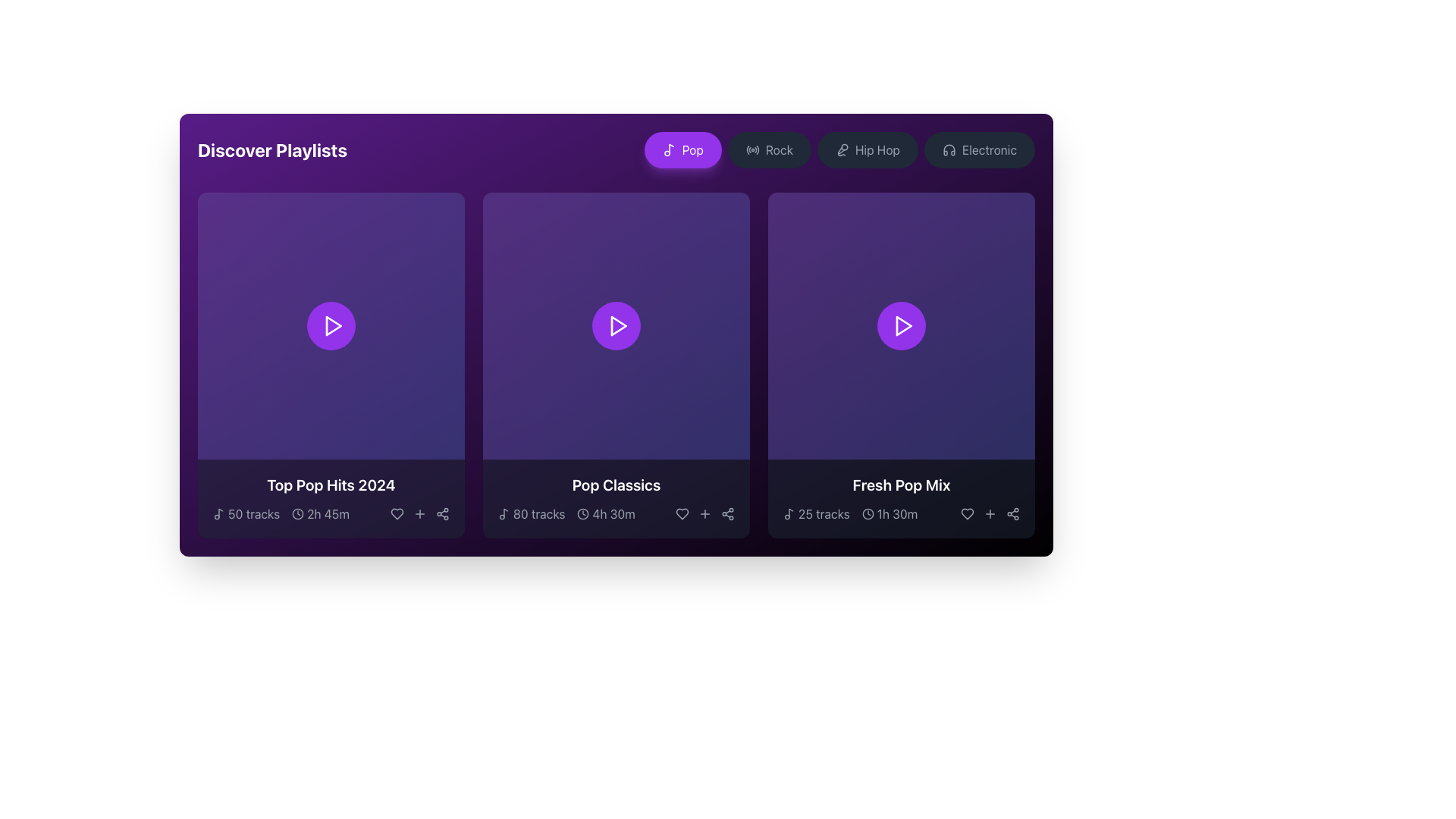  I want to click on the 'like' icon button located to the left of the 'Top Pop Hits 2024' playlist to mark the item as favorite, so click(397, 513).